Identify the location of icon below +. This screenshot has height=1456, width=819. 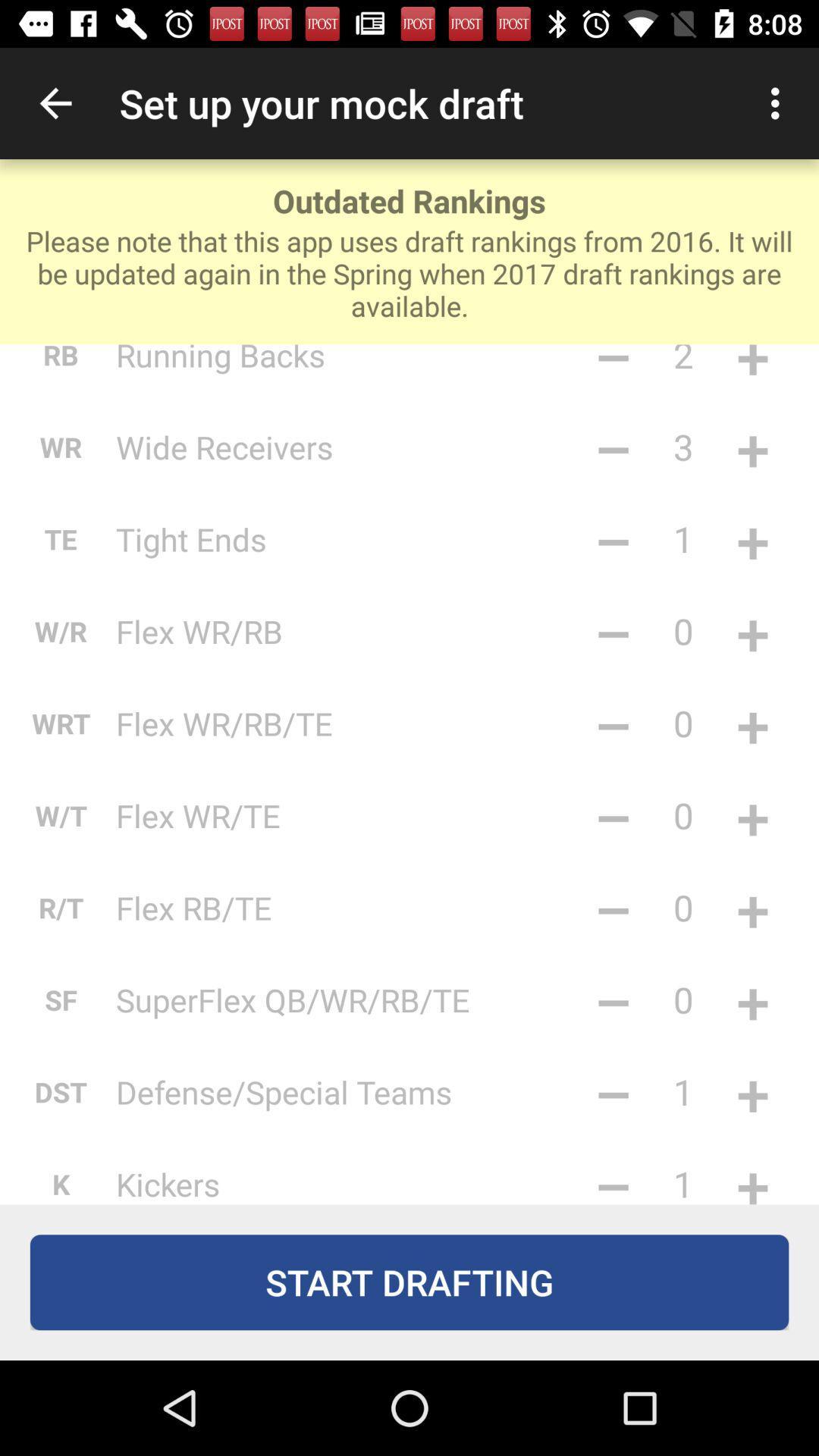
(752, 1174).